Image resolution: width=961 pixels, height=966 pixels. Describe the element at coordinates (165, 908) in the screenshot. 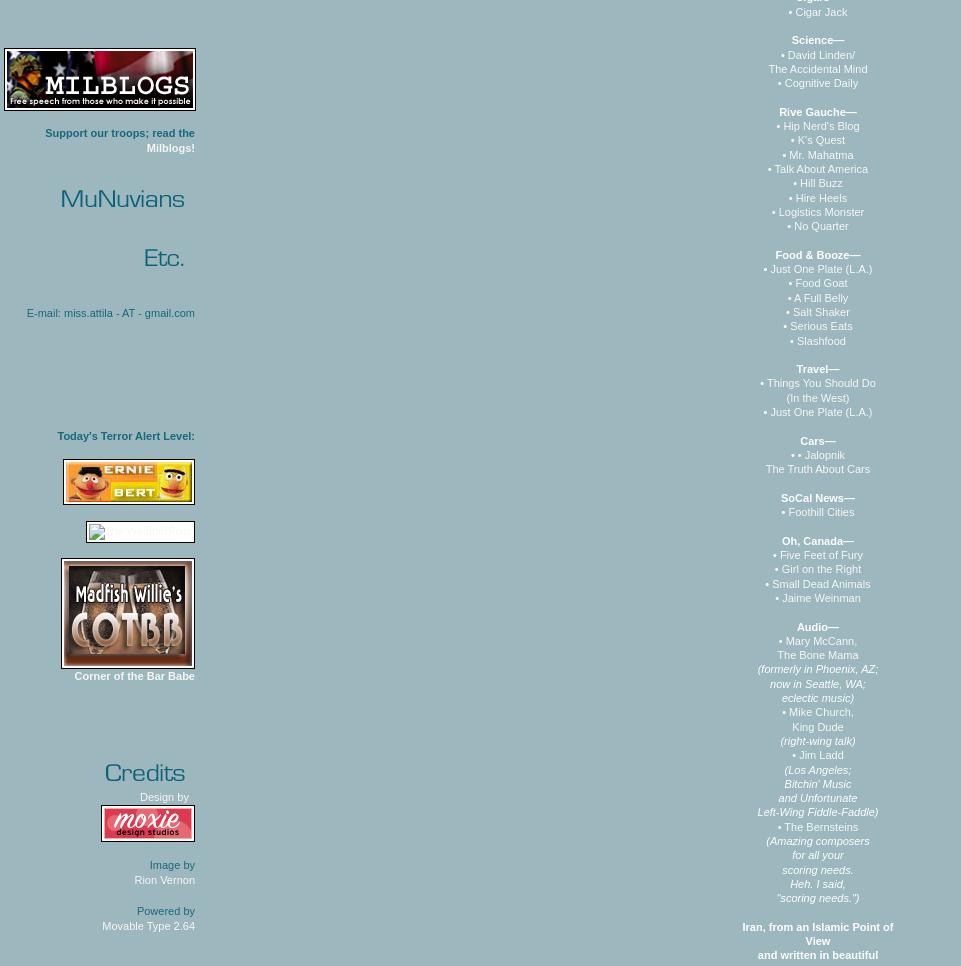

I see `'Powered by'` at that location.